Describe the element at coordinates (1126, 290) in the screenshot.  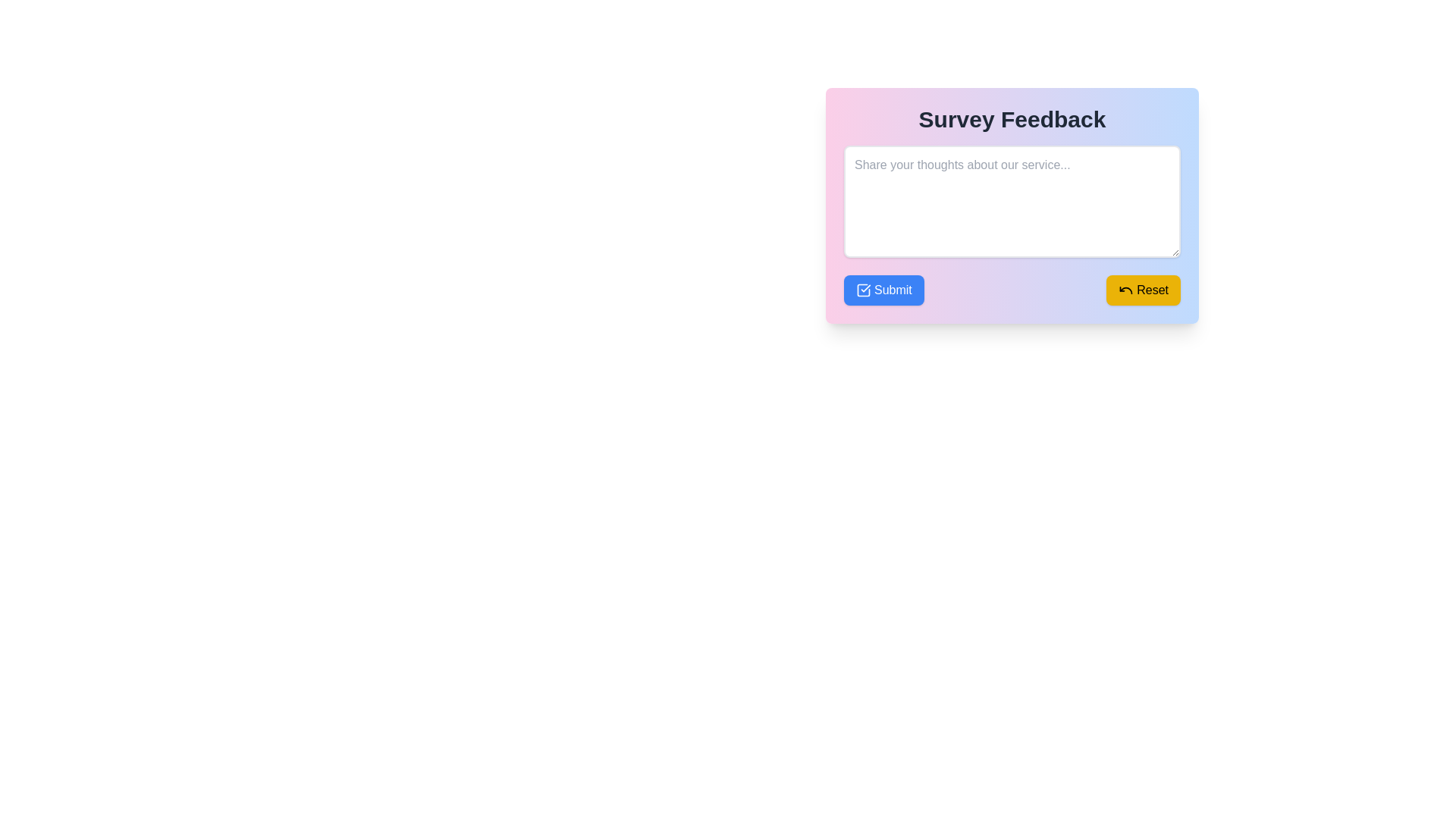
I see `the undo icon located to the left of the 'Reset' text within the yellow button at the bottom-right of the feedback form` at that location.